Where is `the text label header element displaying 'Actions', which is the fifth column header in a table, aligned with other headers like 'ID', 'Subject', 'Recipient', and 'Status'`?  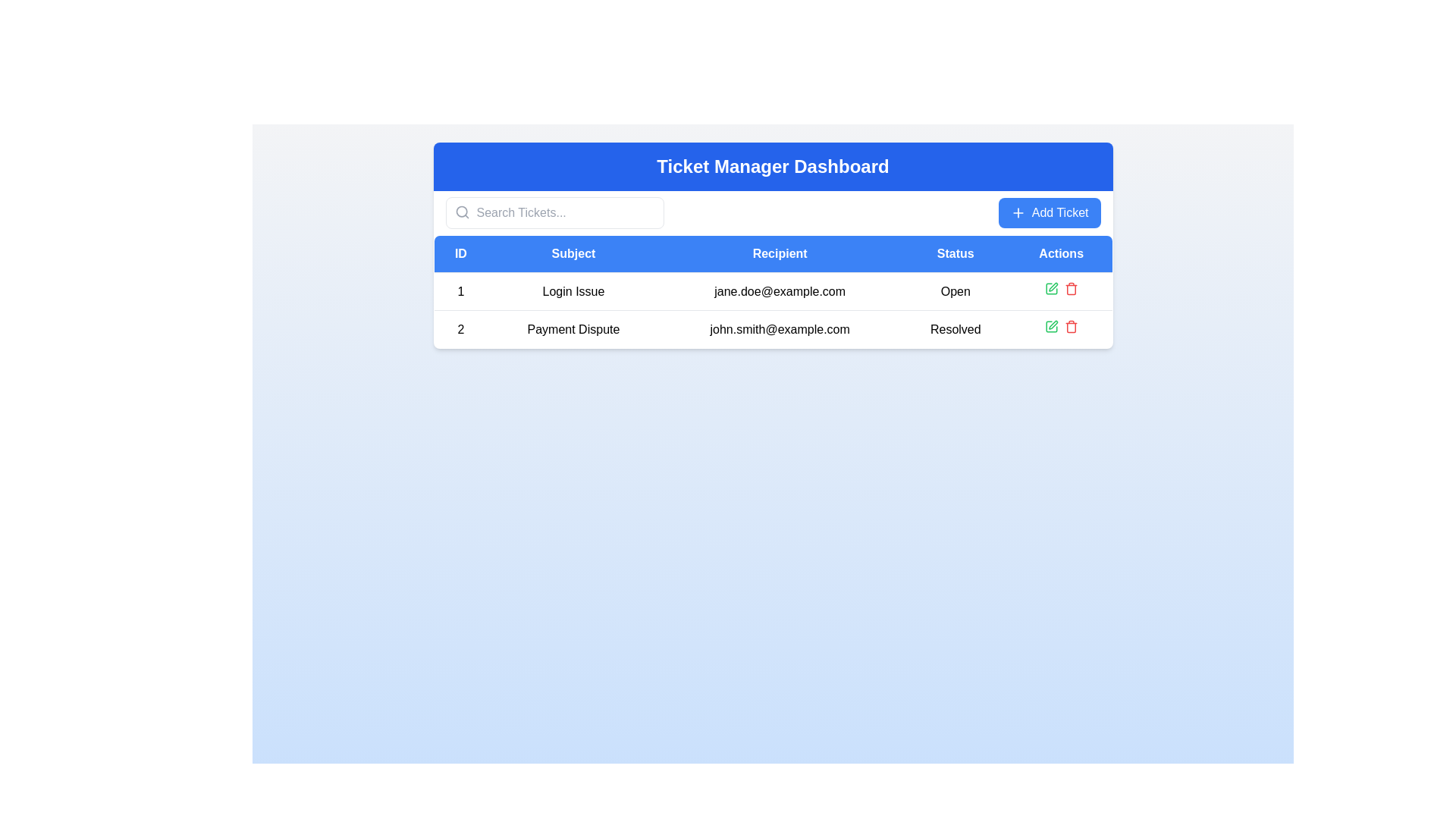 the text label header element displaying 'Actions', which is the fifth column header in a table, aligned with other headers like 'ID', 'Subject', 'Recipient', and 'Status' is located at coordinates (1060, 253).